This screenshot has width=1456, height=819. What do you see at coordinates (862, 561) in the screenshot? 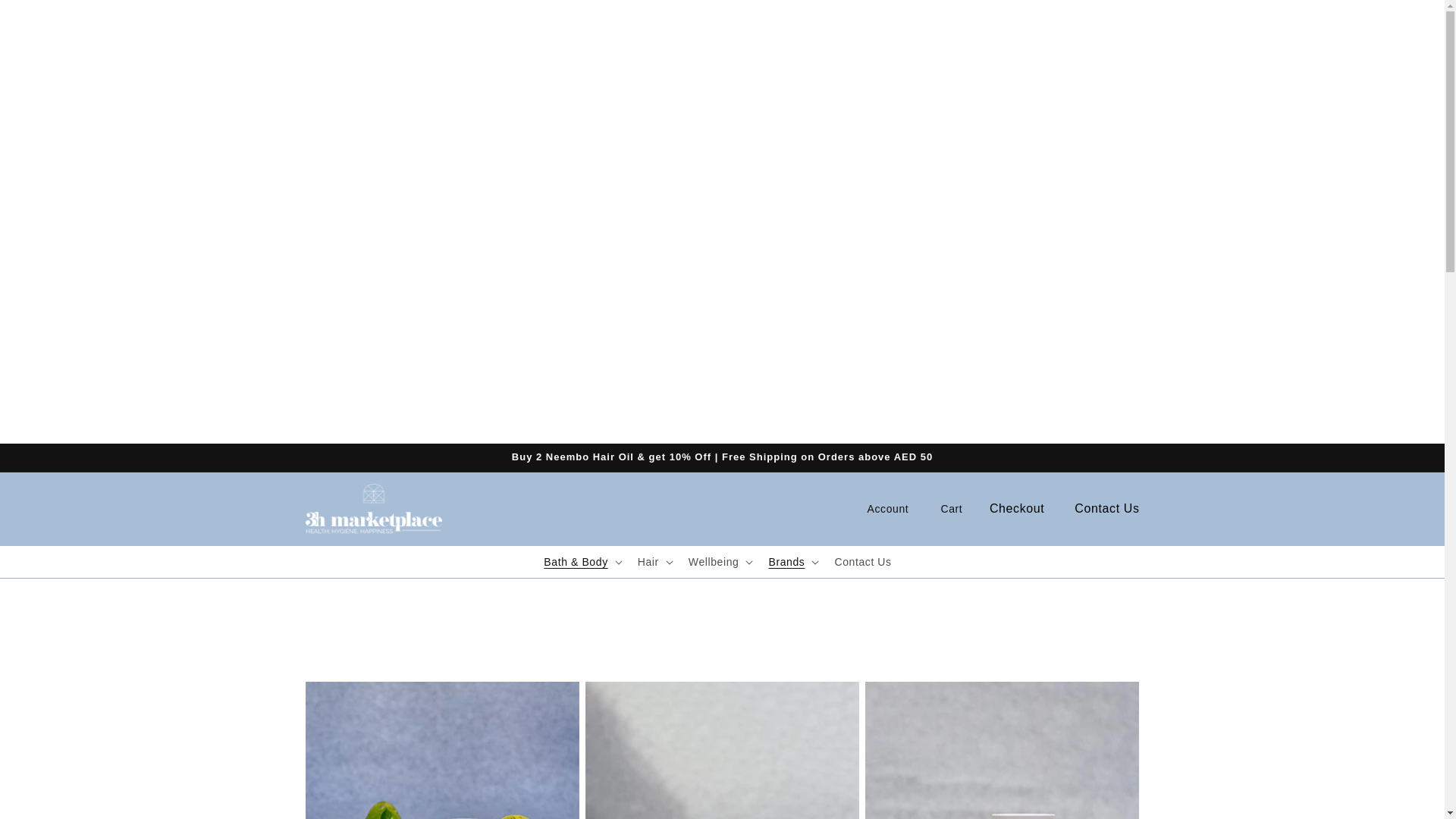
I see `'Contact Us'` at bounding box center [862, 561].